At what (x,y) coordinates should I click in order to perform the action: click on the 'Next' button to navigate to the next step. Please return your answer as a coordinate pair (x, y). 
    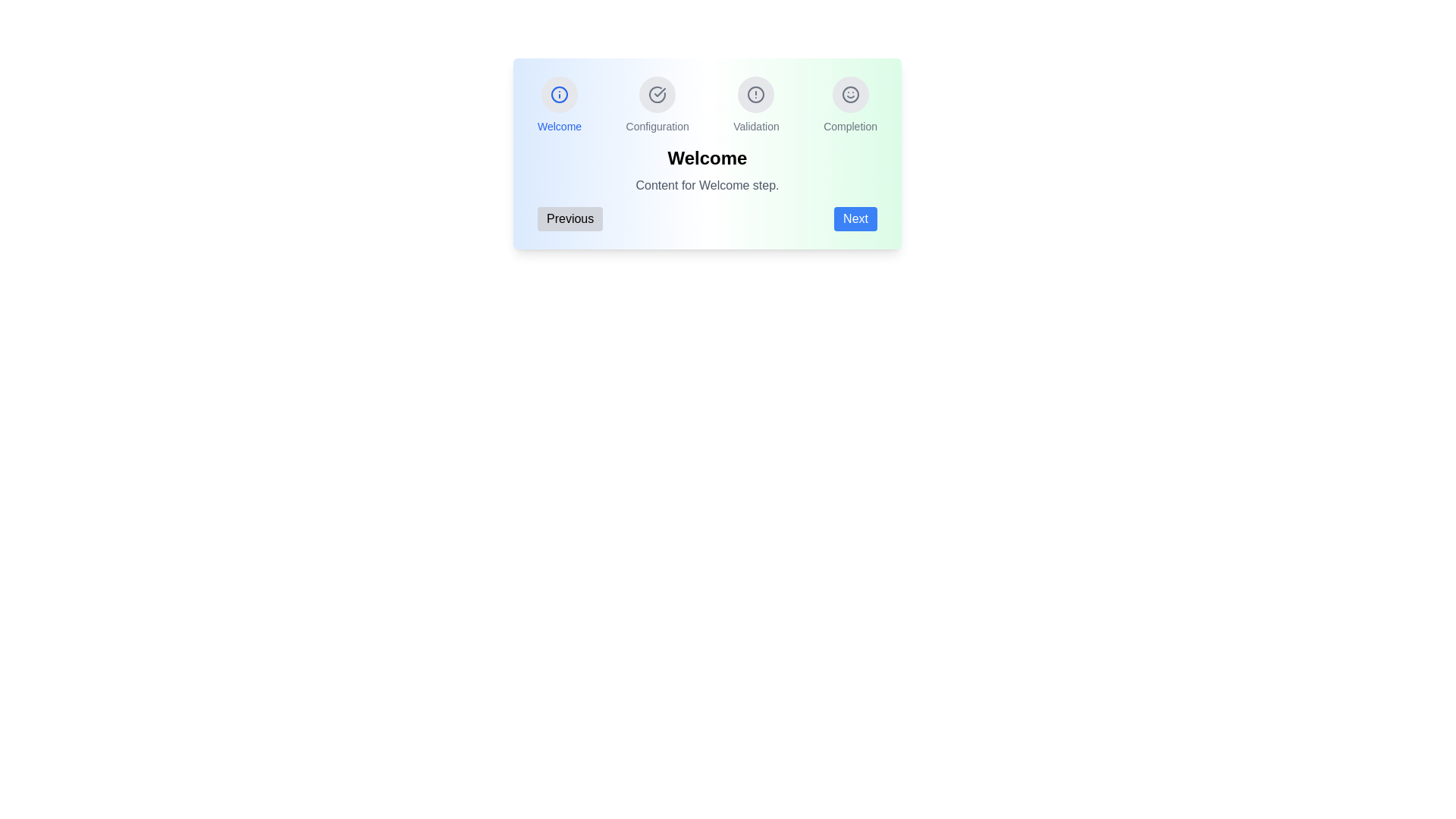
    Looking at the image, I should click on (855, 219).